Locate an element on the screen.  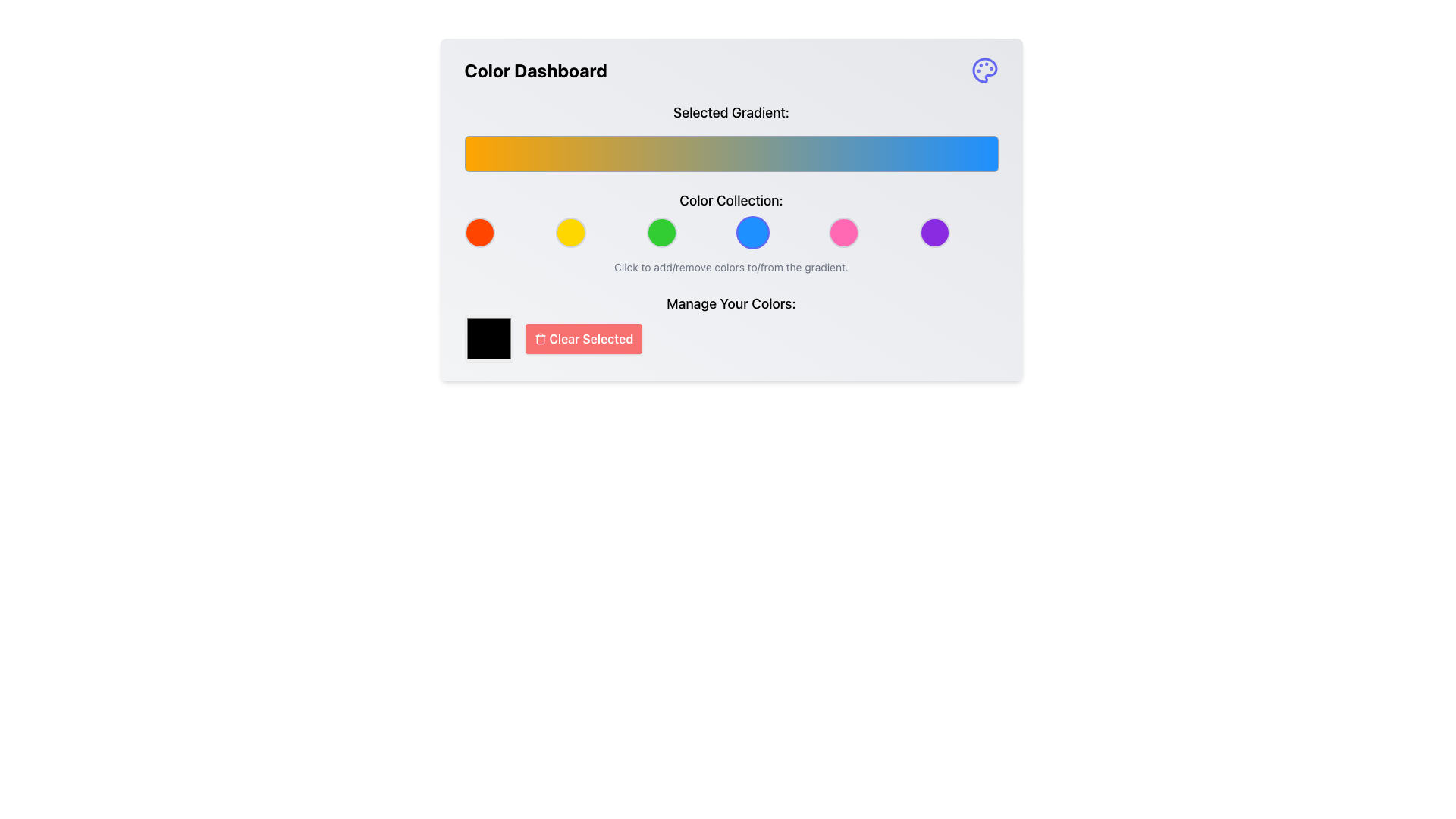
the gradient selection is located at coordinates (522, 154).